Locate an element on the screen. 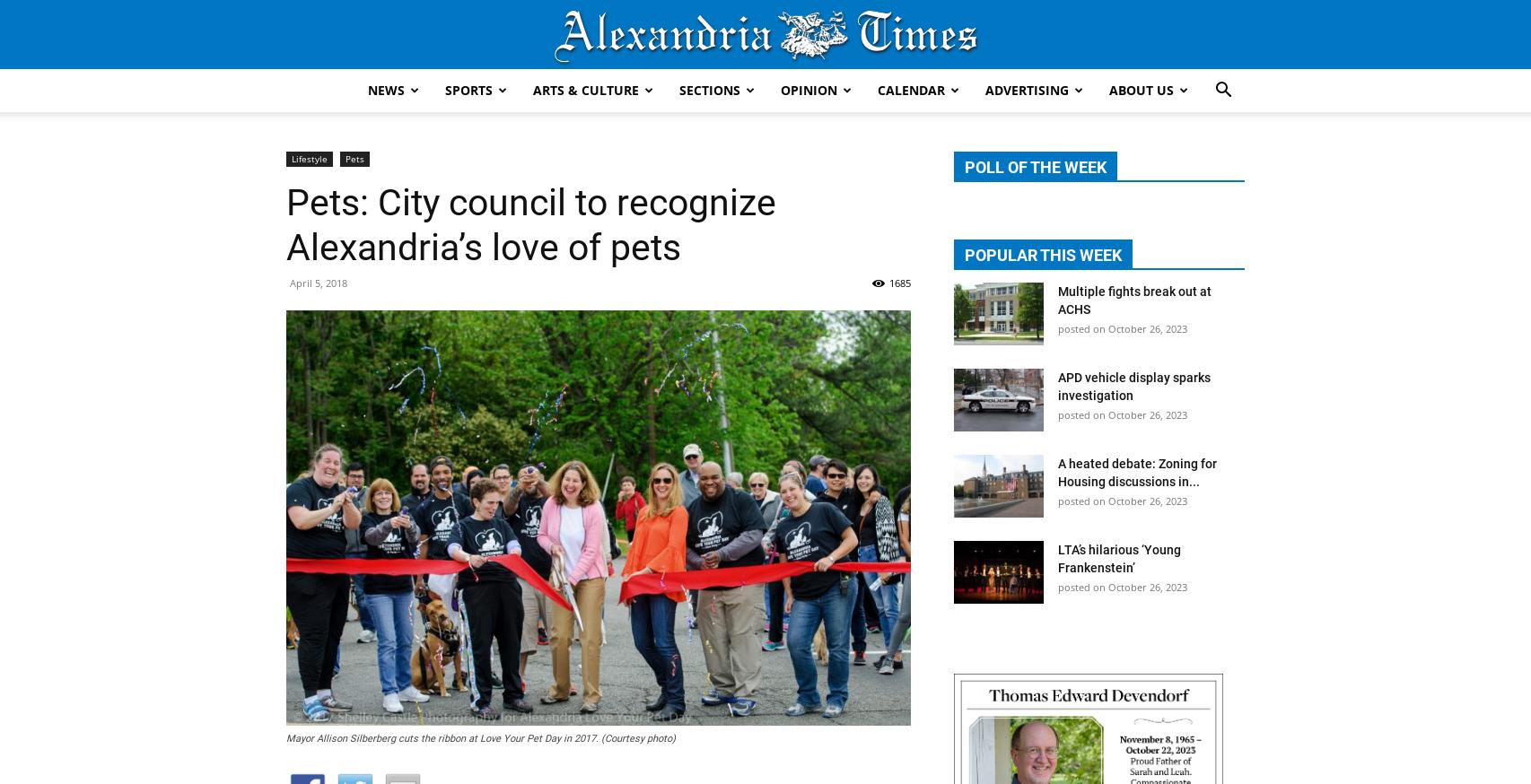  'POPULAR THIS WEEK' is located at coordinates (1043, 254).